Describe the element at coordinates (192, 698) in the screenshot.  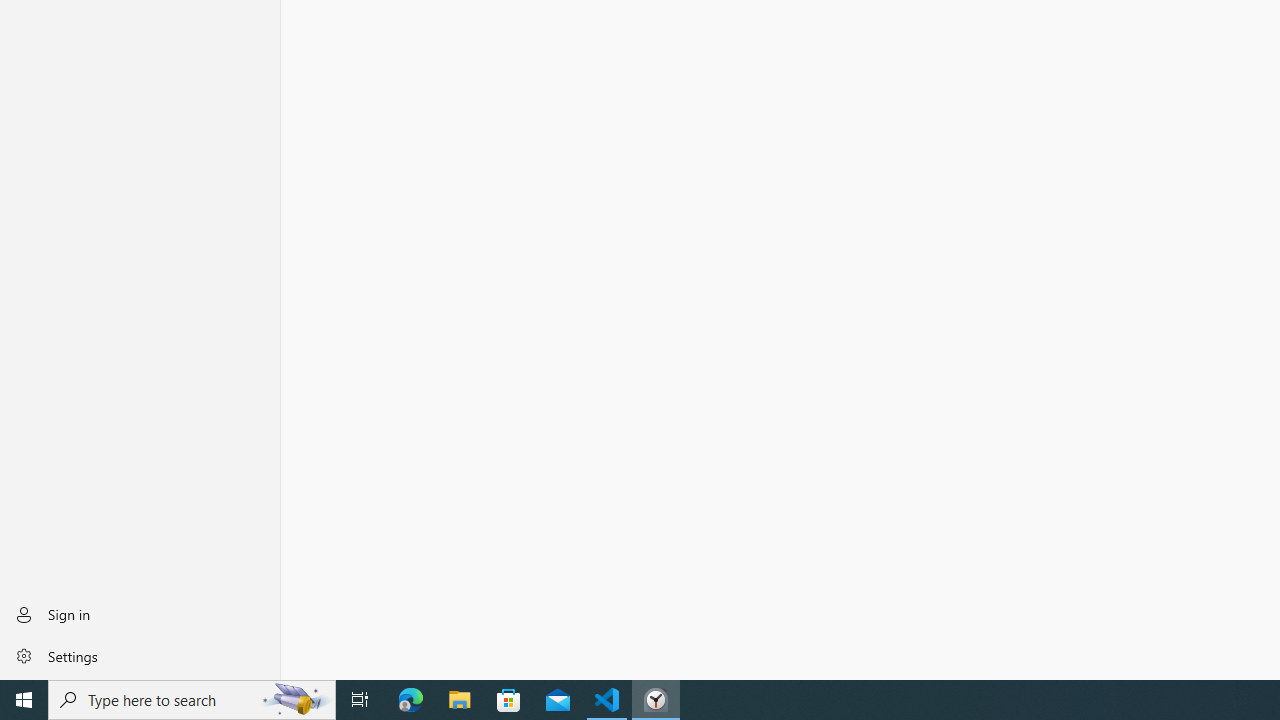
I see `'Type here to search'` at that location.